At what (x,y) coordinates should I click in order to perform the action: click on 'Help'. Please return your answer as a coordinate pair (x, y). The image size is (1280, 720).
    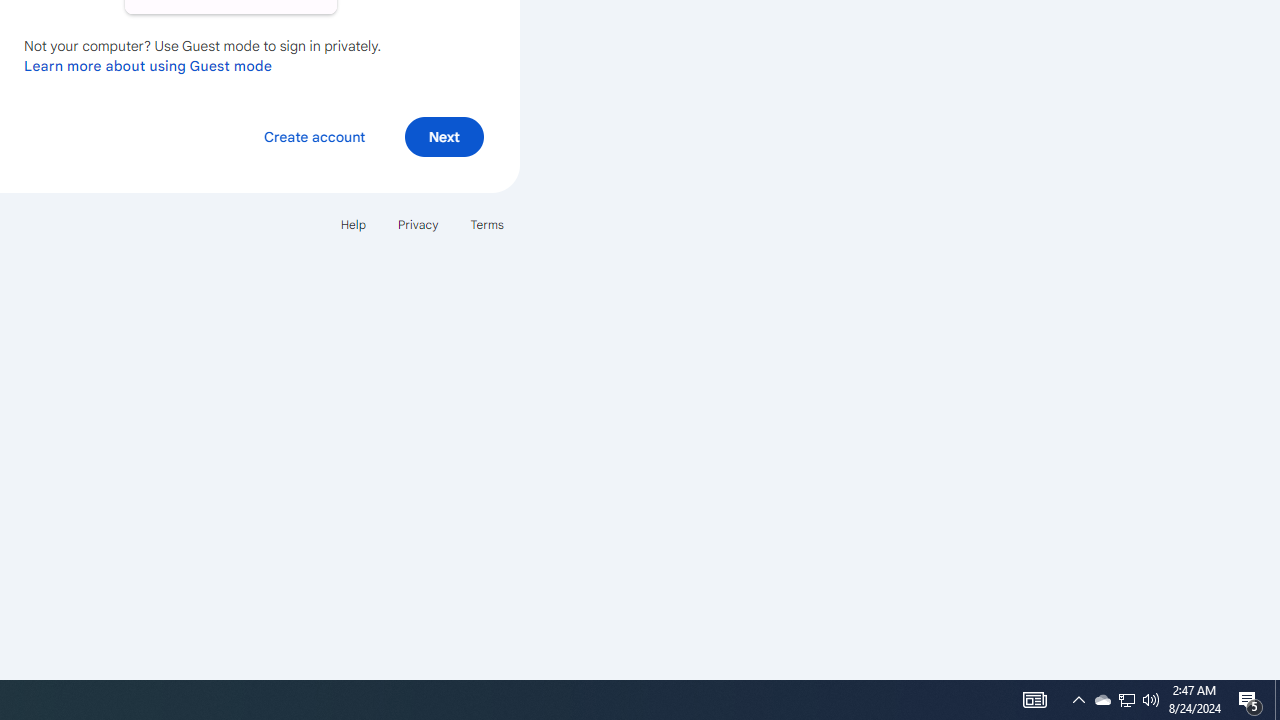
    Looking at the image, I should click on (352, 224).